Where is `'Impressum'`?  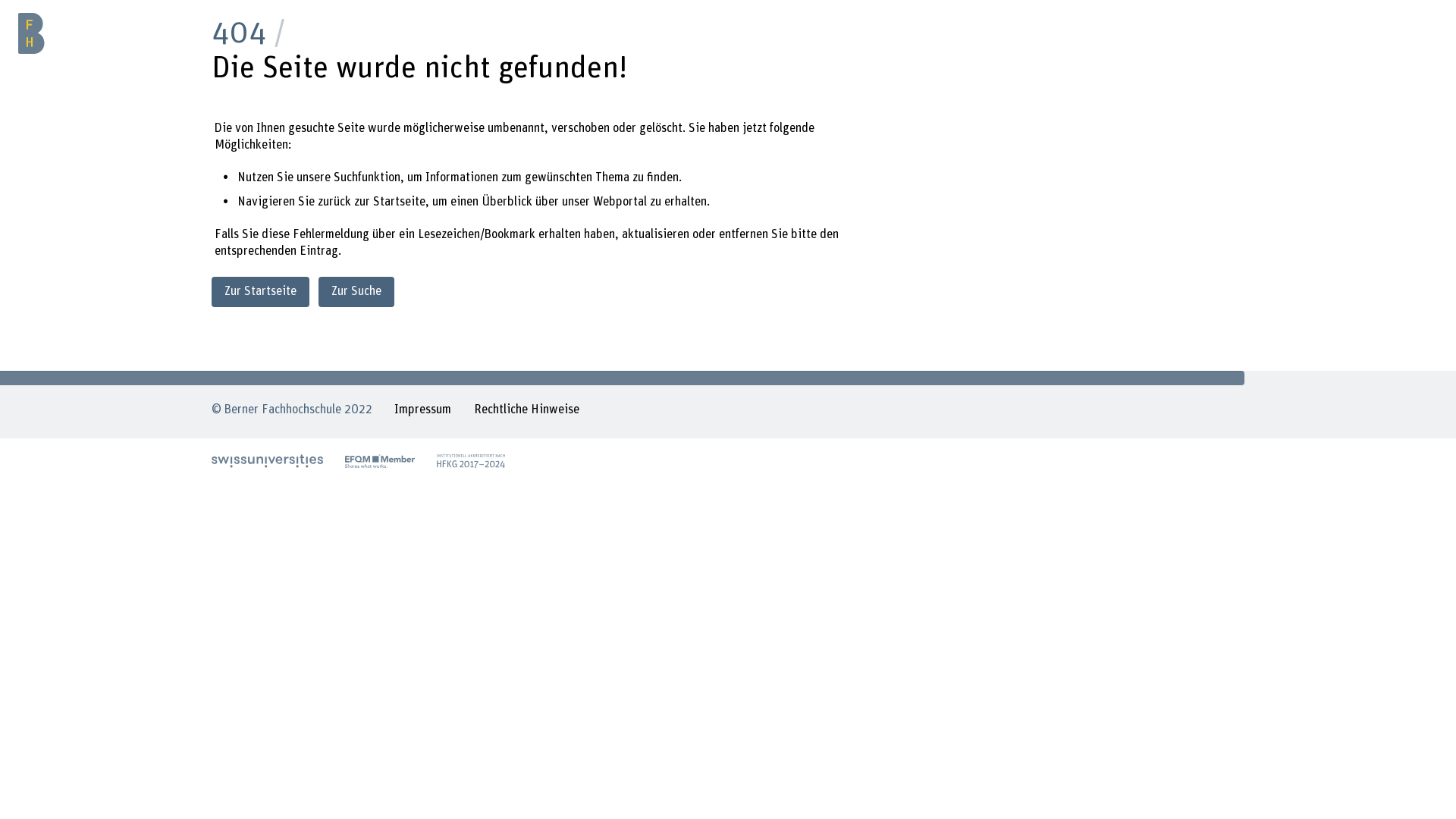 'Impressum' is located at coordinates (394, 412).